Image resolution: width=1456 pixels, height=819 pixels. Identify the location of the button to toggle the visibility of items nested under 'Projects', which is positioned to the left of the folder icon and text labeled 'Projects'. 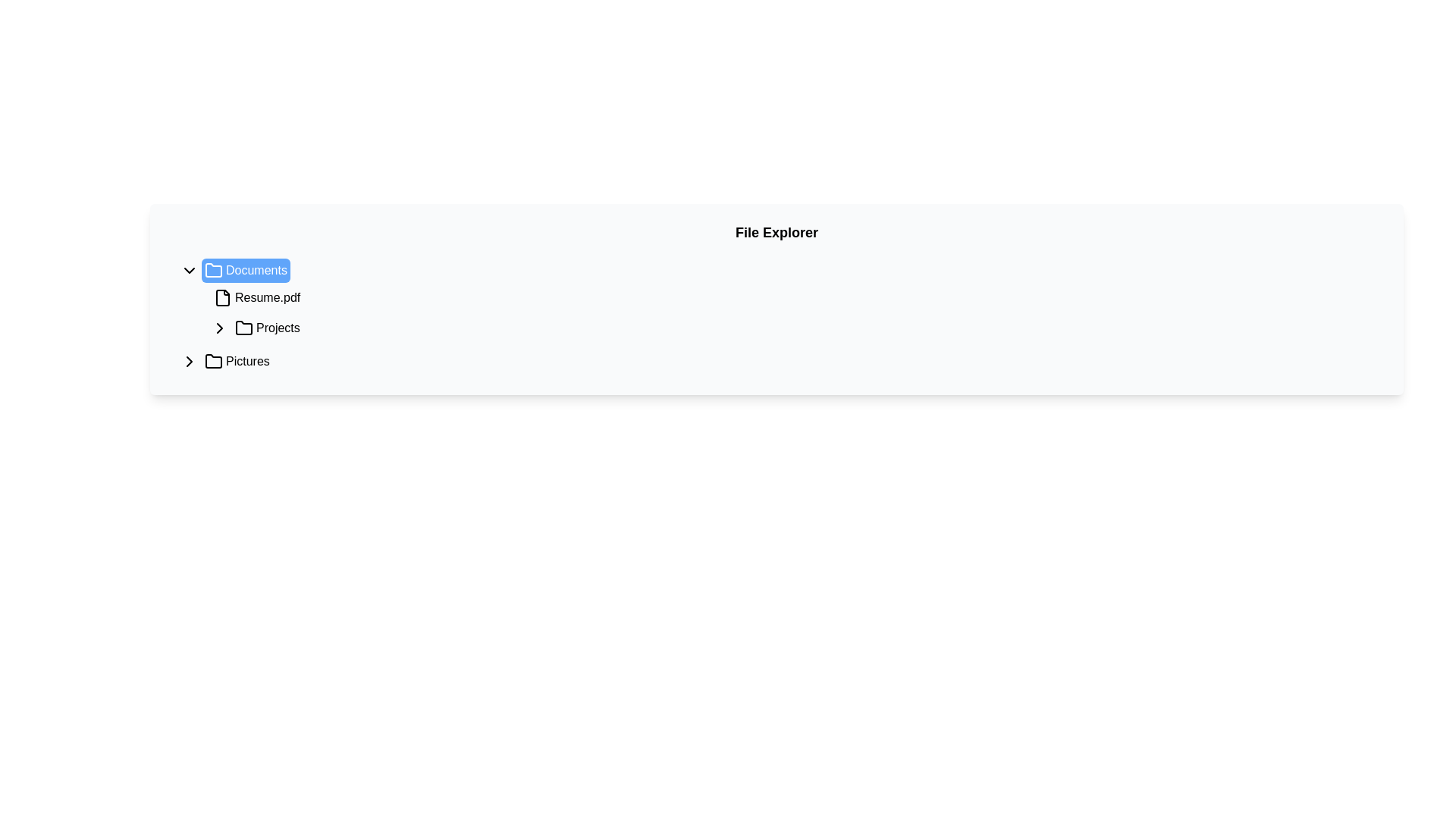
(218, 327).